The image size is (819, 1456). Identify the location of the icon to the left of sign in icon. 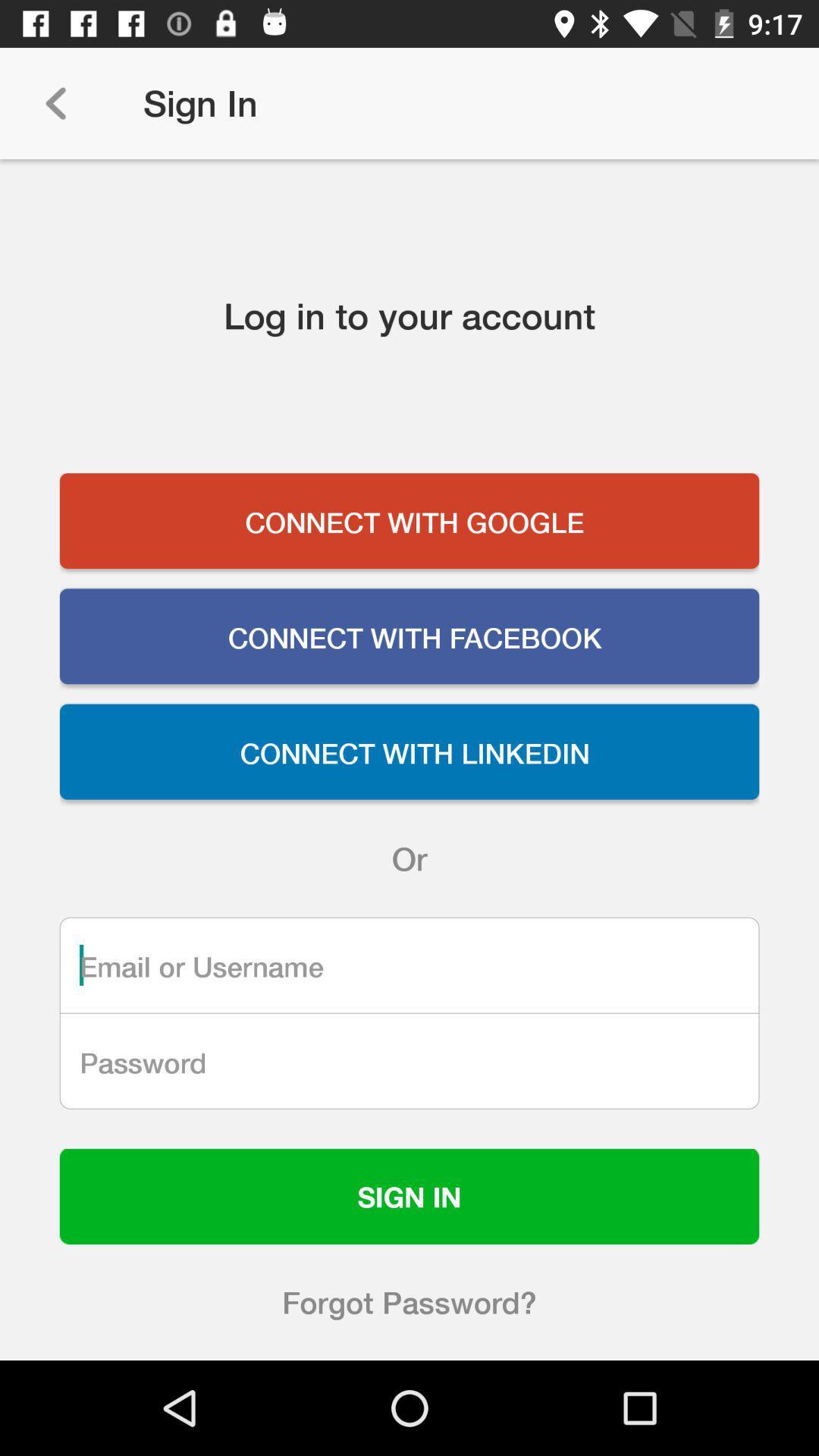
(55, 102).